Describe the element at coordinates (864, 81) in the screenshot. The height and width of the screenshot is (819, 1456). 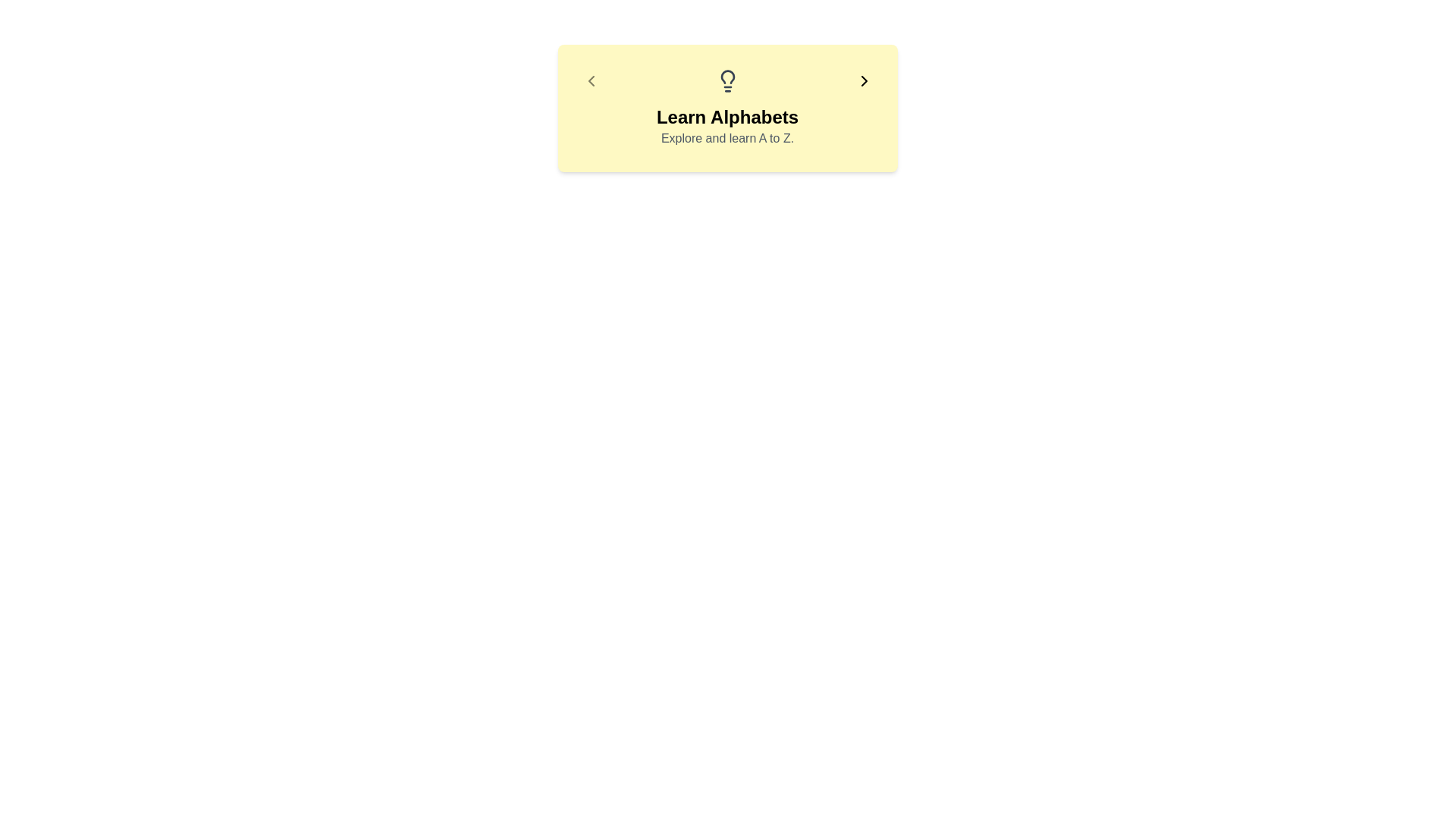
I see `the right arrow button to navigate to the next stage` at that location.